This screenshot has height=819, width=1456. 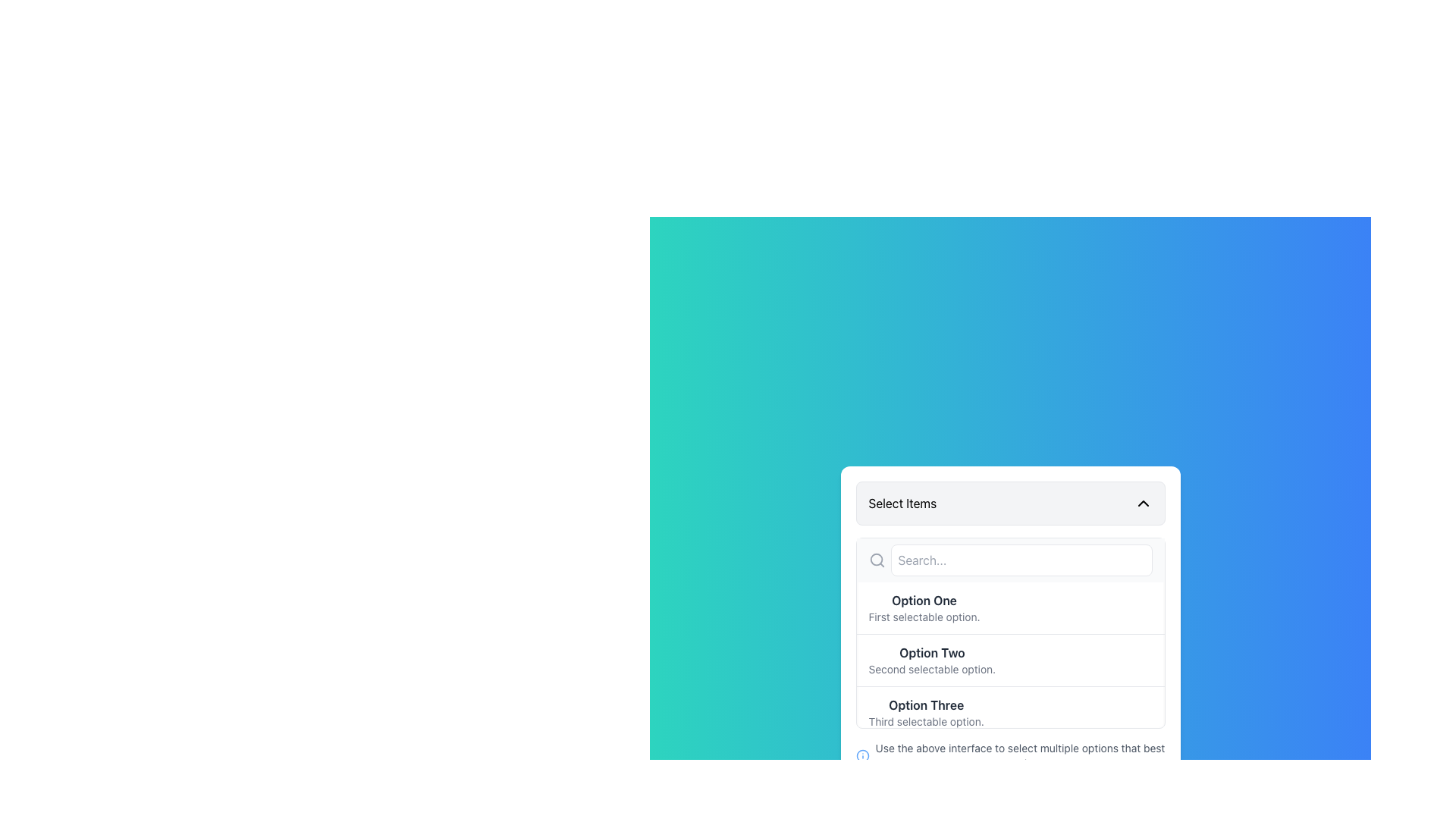 I want to click on the second selectable list item beneath the search bar in the dropdown menu, directly under the 'Select Items' section, so click(x=1010, y=654).